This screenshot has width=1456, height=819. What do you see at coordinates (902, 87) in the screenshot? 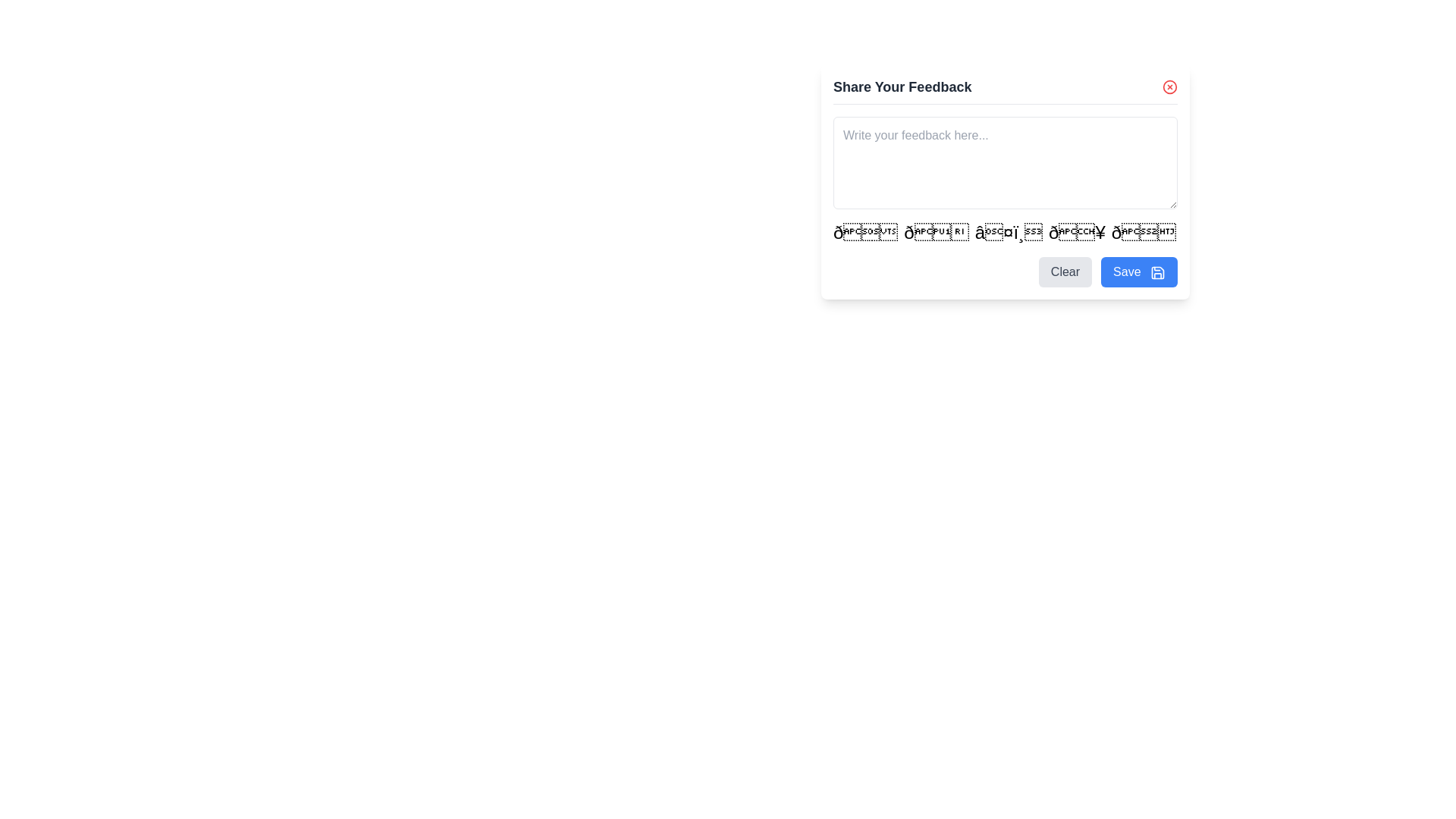
I see `text label that serves as the title for the feedback form, located at the upper portion of the feedback dialog box` at bounding box center [902, 87].